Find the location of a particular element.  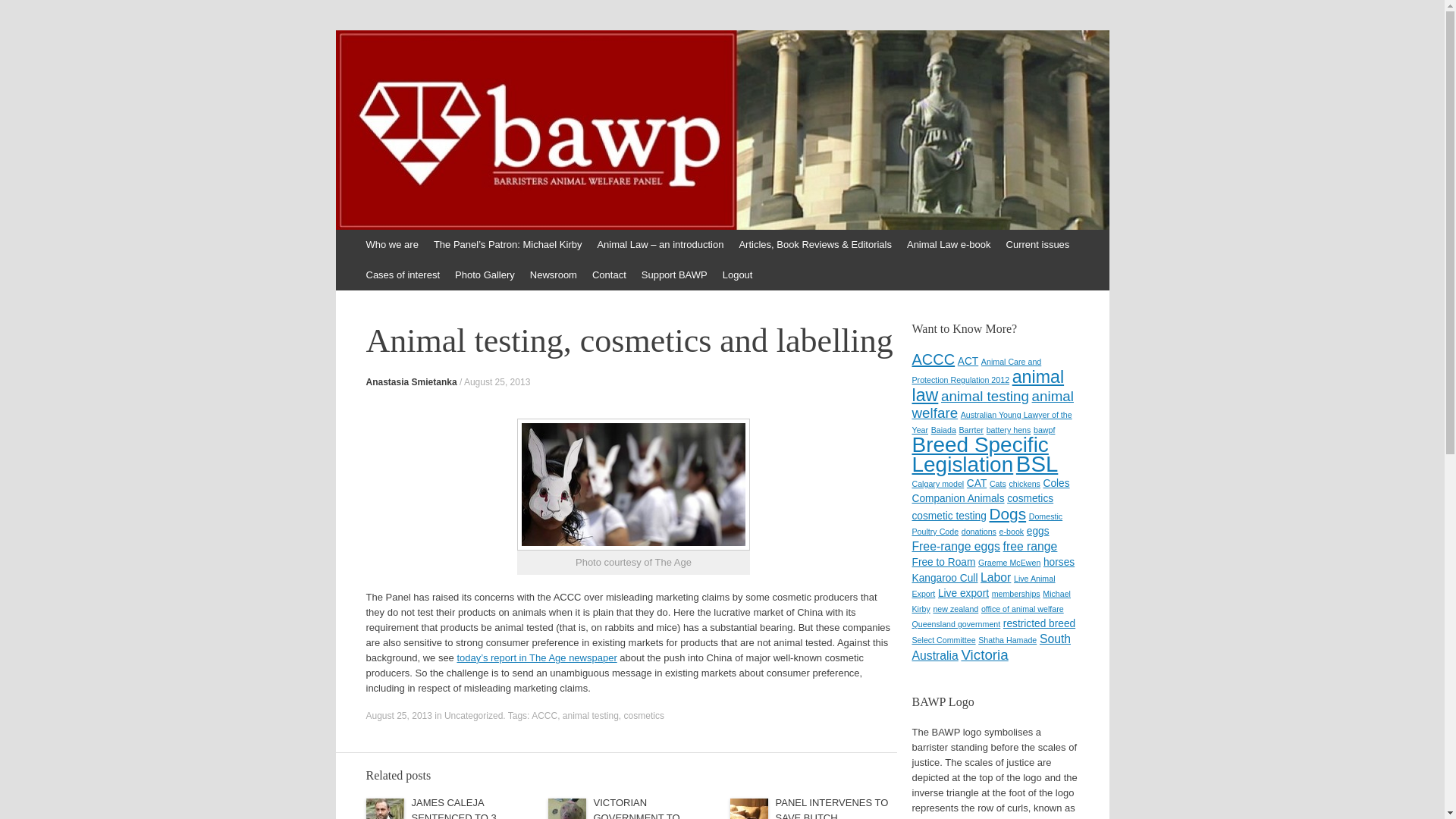

'animal welfare' is located at coordinates (992, 403).